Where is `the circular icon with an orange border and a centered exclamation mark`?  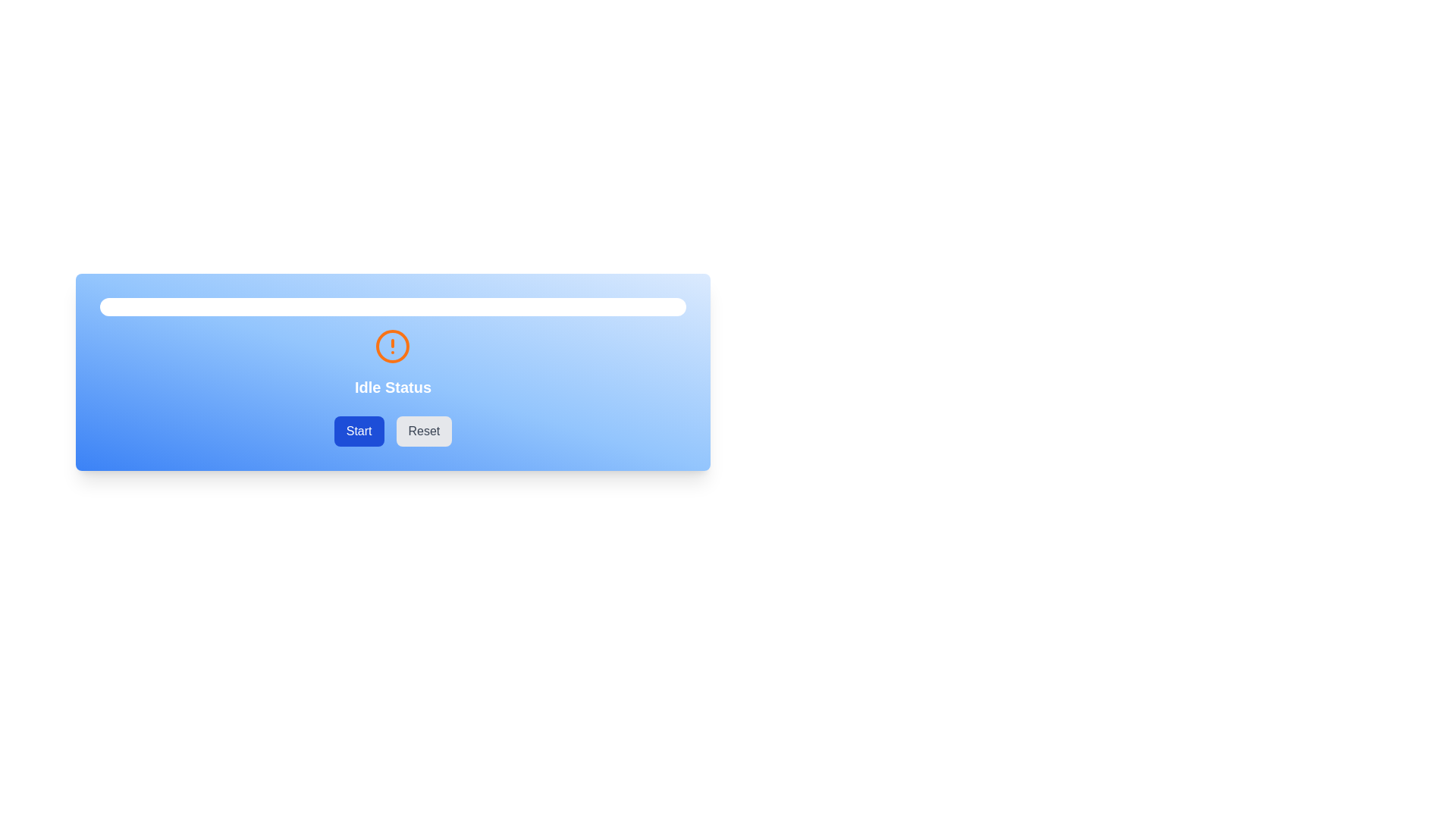 the circular icon with an orange border and a centered exclamation mark is located at coordinates (393, 346).